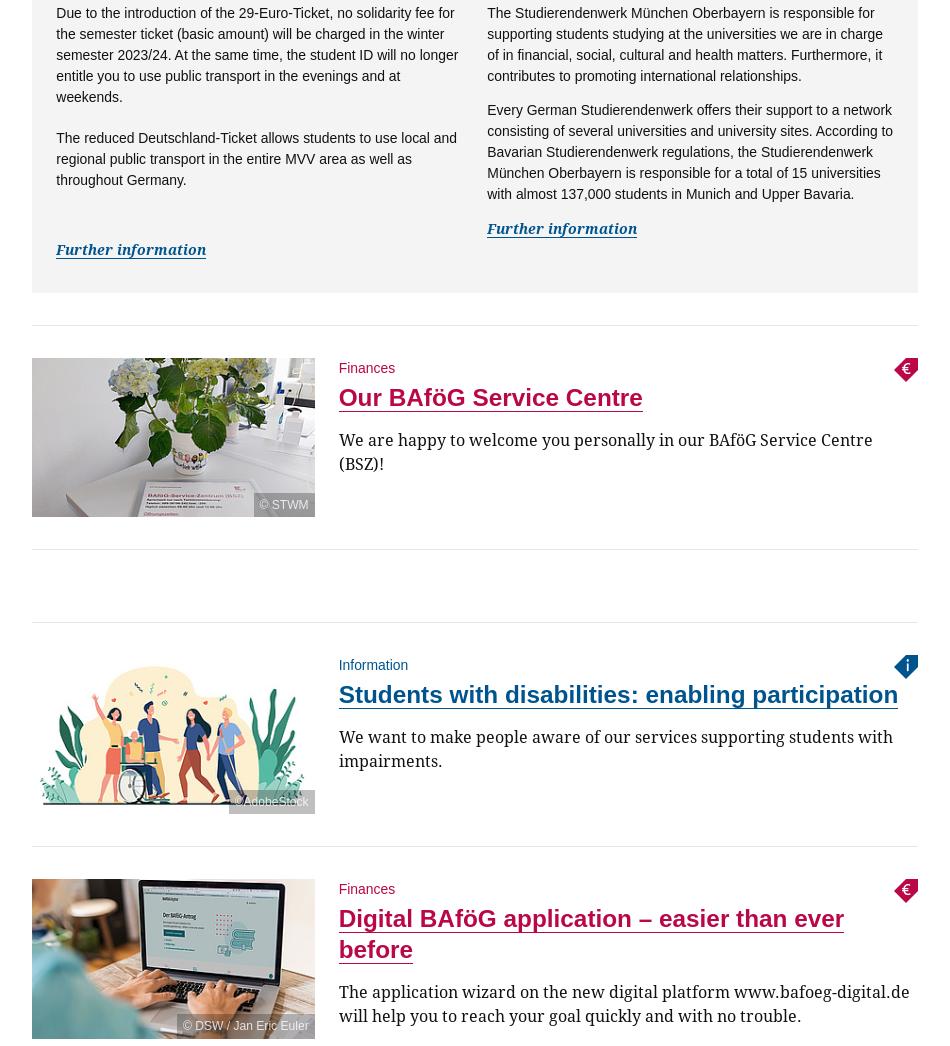  What do you see at coordinates (486, 43) in the screenshot?
I see `'The Studierendenwerk München Oberbayern is responsible for supporting students studying at the universities we are in charge of in financial, social, cultural and health matters. Furthermore, it contributes to promoting international relationships.'` at bounding box center [486, 43].